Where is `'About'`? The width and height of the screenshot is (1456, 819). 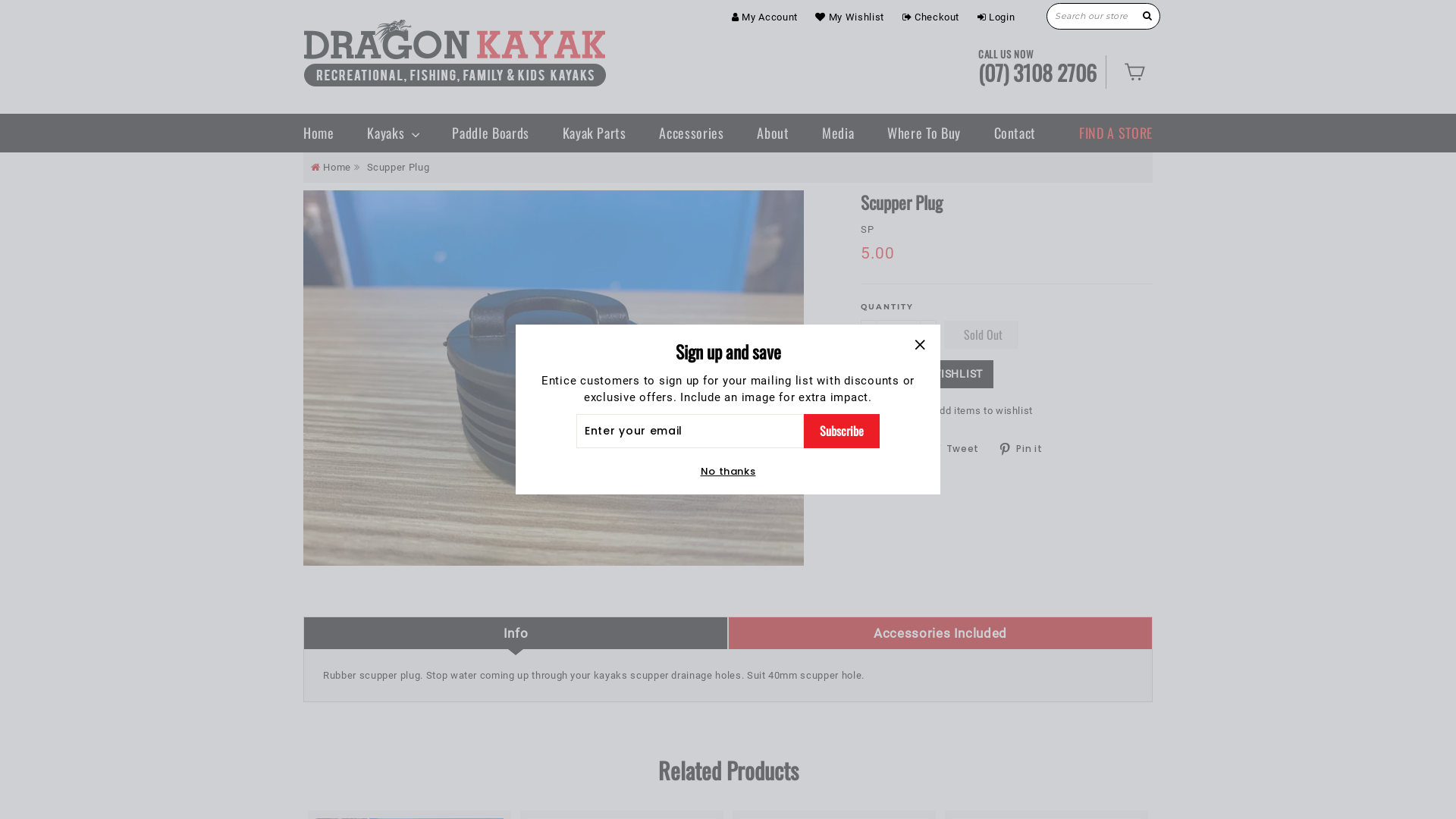
'About' is located at coordinates (772, 132).